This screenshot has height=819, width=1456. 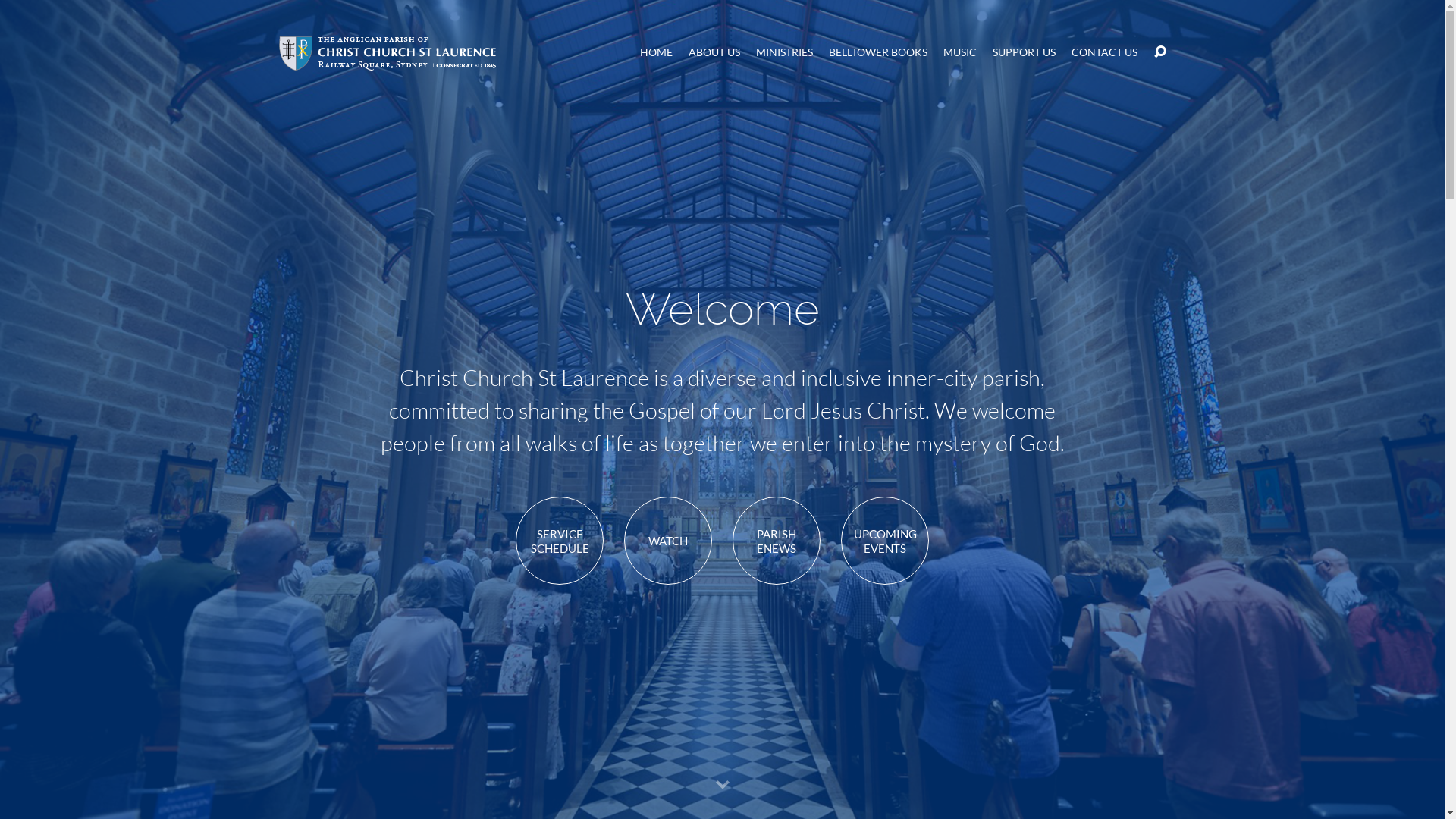 I want to click on 'CONTACT US', so click(x=1070, y=52).